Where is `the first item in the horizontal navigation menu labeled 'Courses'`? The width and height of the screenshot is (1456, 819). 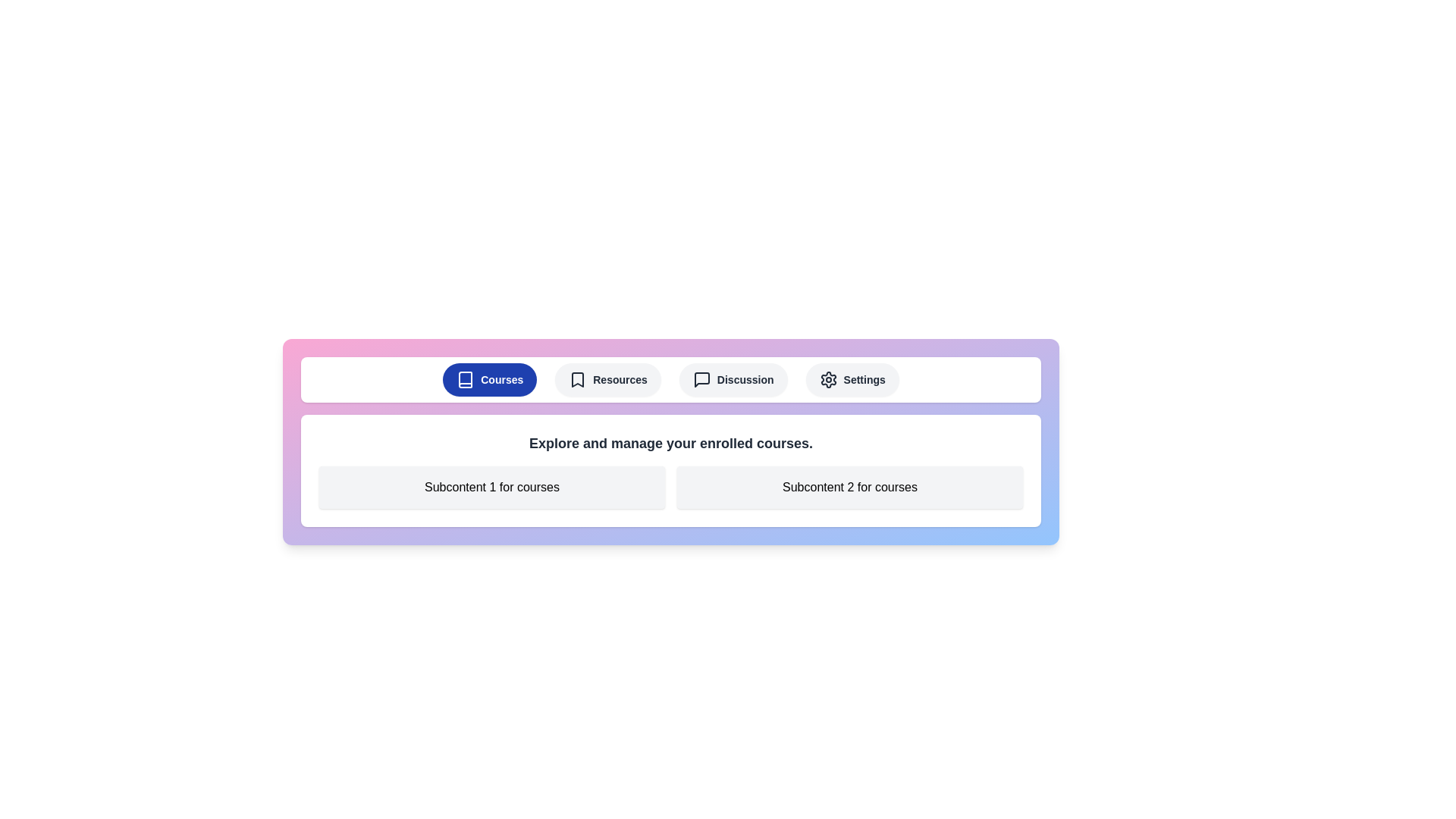 the first item in the horizontal navigation menu labeled 'Courses' is located at coordinates (670, 379).